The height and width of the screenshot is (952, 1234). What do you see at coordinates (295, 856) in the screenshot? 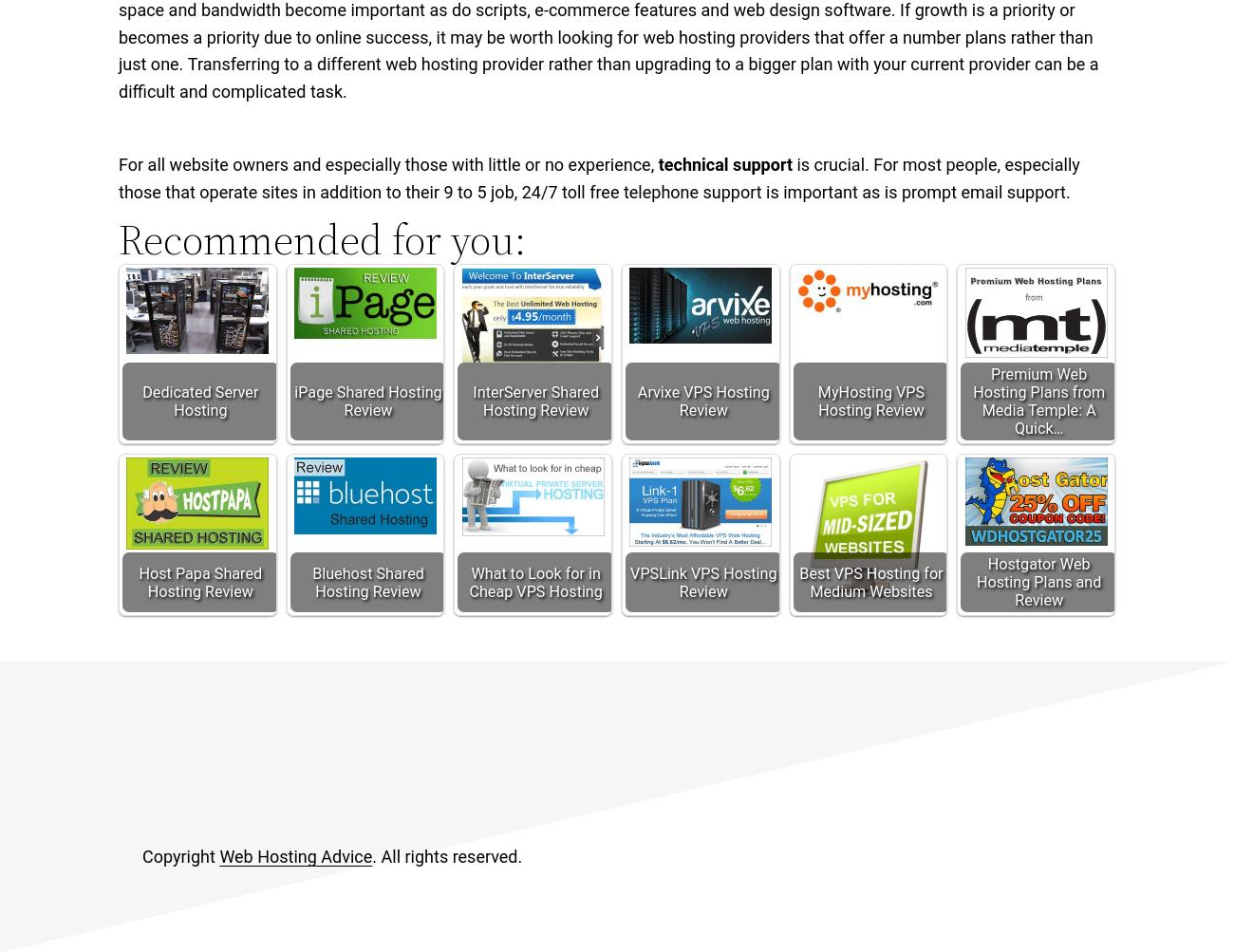
I see `'Web Hosting Advice'` at bounding box center [295, 856].